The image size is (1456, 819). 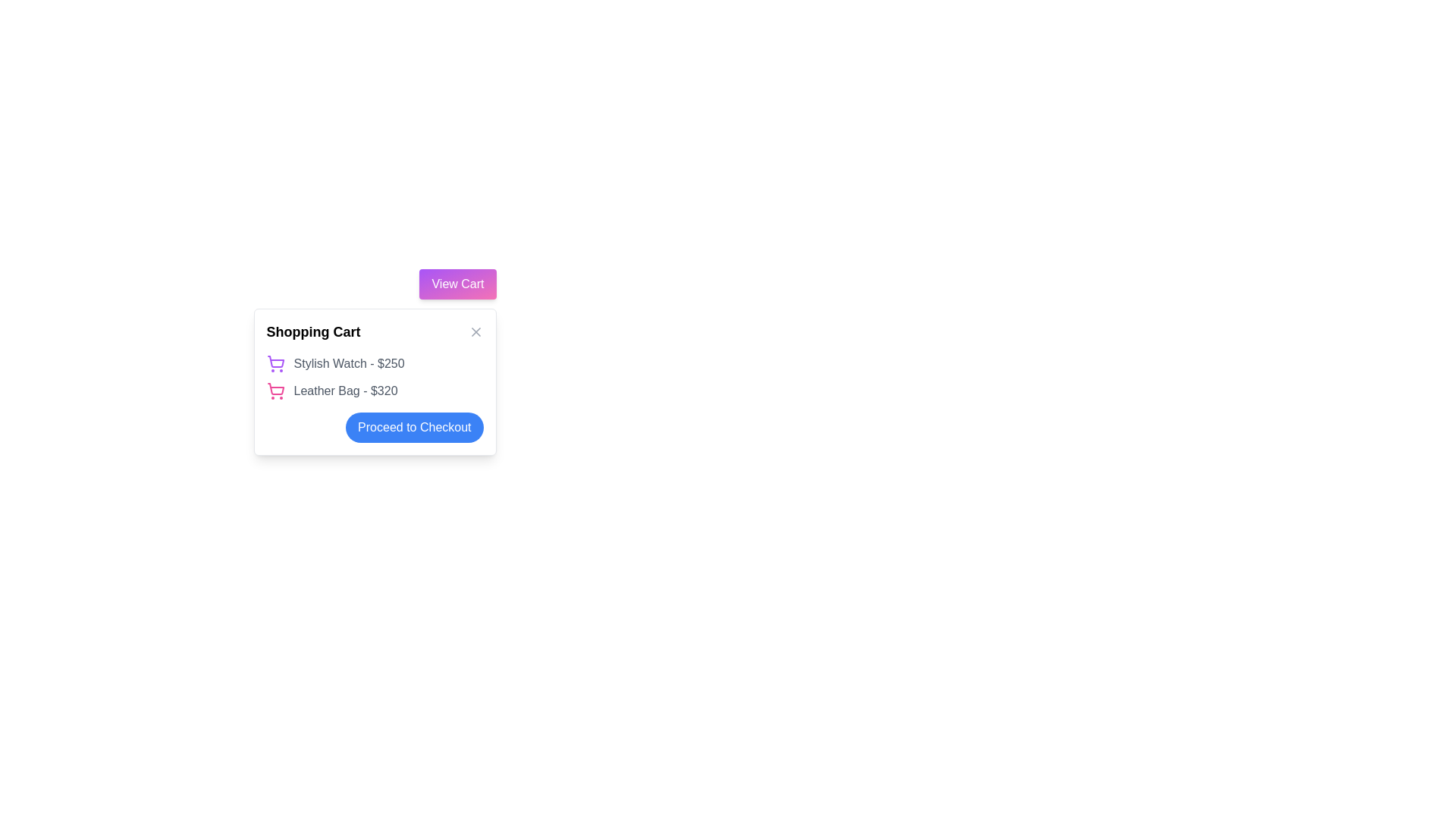 What do you see at coordinates (375, 391) in the screenshot?
I see `the text-based list item displaying 'Leather Bag - $320' in the Shopping Cart section, which is styled in gray and located below the 'Stylish Watch - $250' list item` at bounding box center [375, 391].